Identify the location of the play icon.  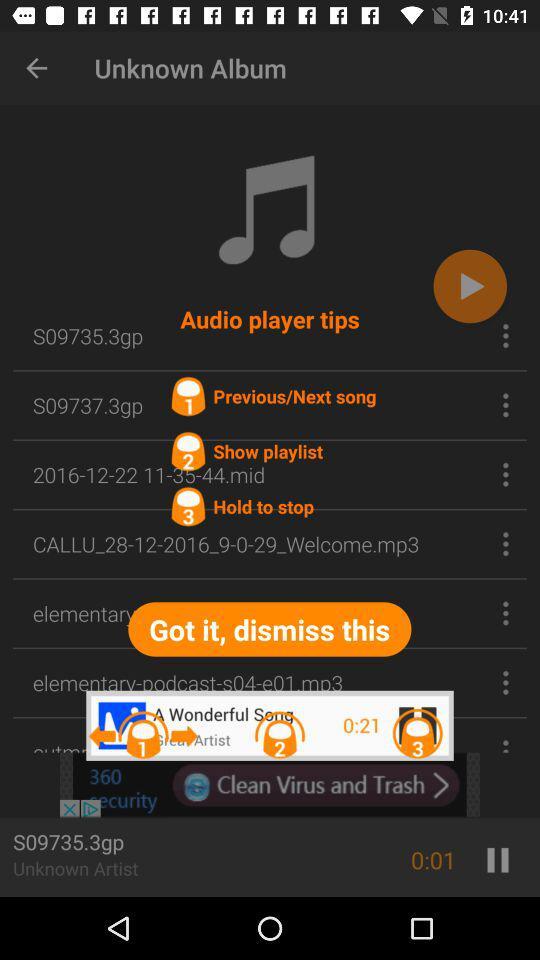
(470, 285).